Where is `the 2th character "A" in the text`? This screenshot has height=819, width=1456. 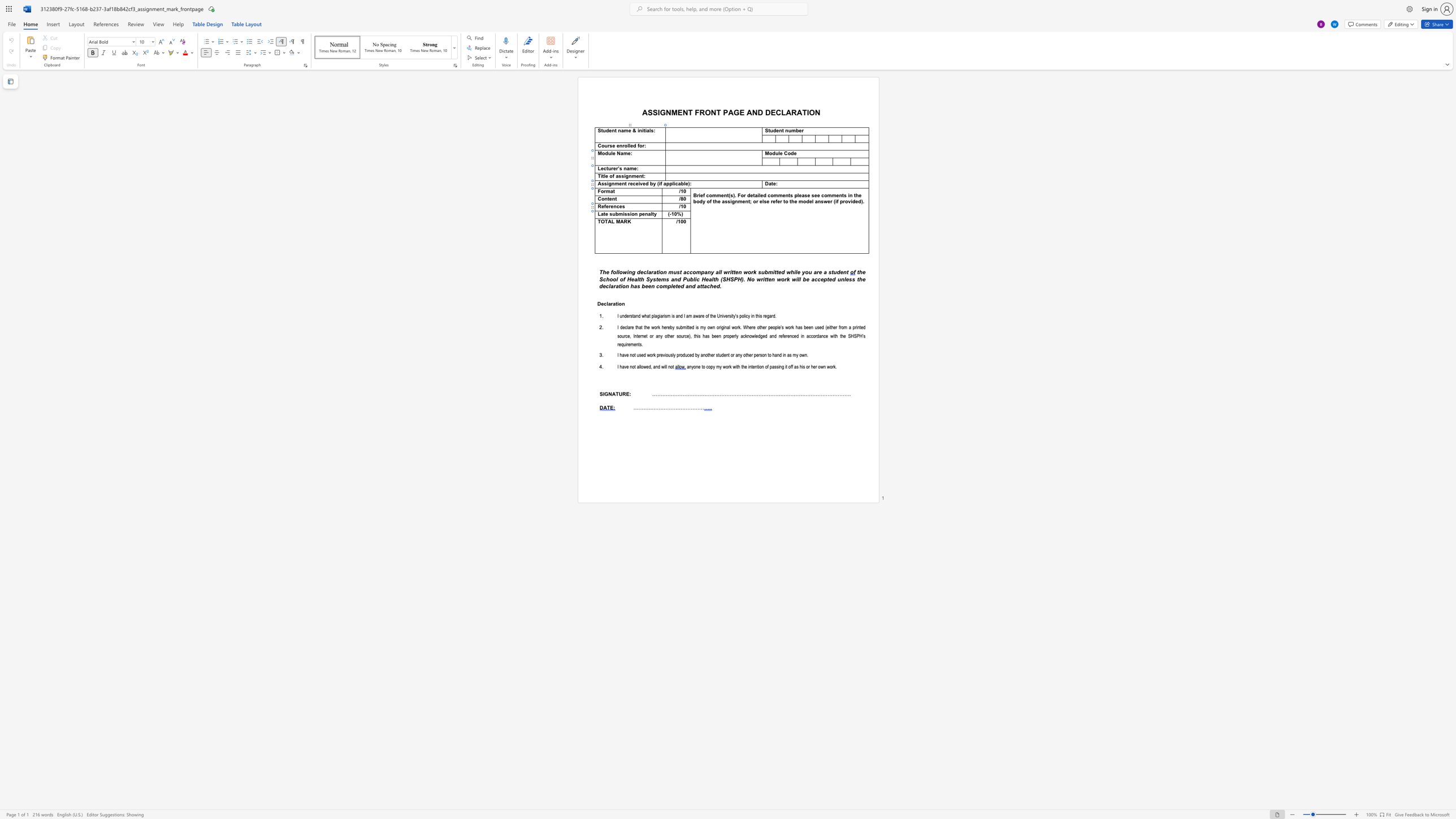 the 2th character "A" in the text is located at coordinates (622, 221).